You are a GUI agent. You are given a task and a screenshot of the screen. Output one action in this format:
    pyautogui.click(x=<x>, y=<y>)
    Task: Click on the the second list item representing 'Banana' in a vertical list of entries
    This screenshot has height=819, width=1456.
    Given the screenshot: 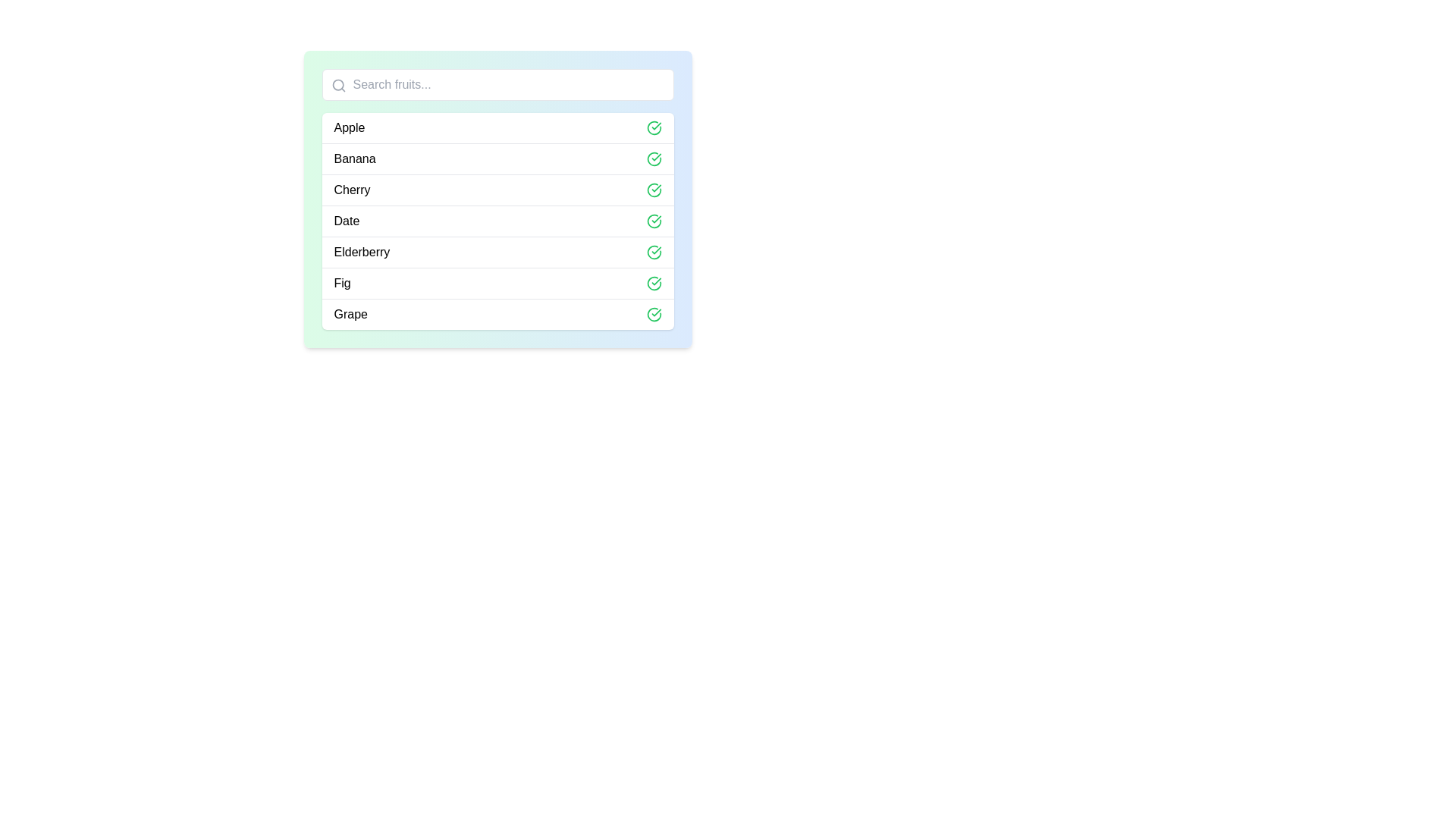 What is the action you would take?
    pyautogui.click(x=497, y=158)
    